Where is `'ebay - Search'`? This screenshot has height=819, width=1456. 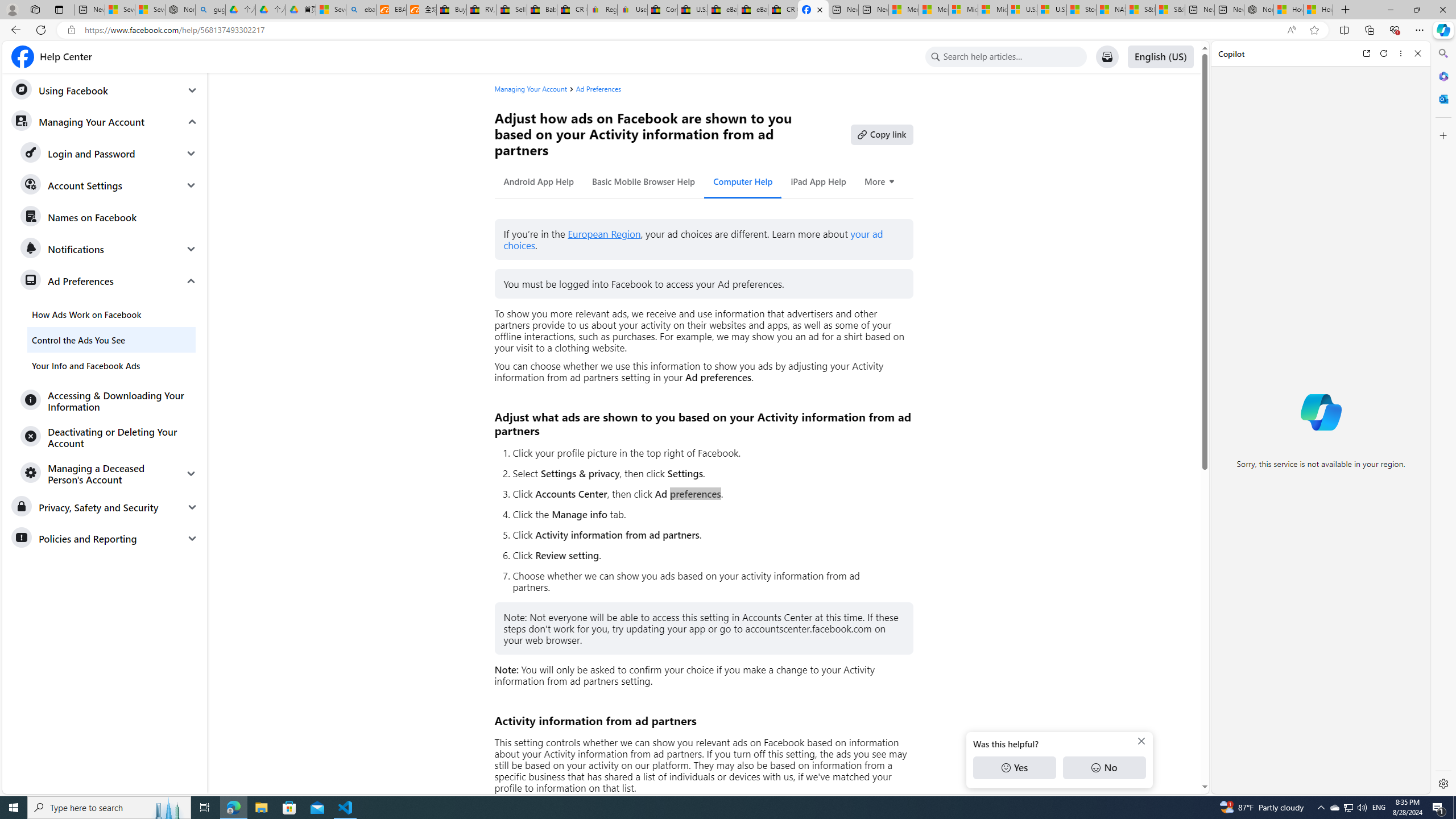
'ebay - Search' is located at coordinates (360, 9).